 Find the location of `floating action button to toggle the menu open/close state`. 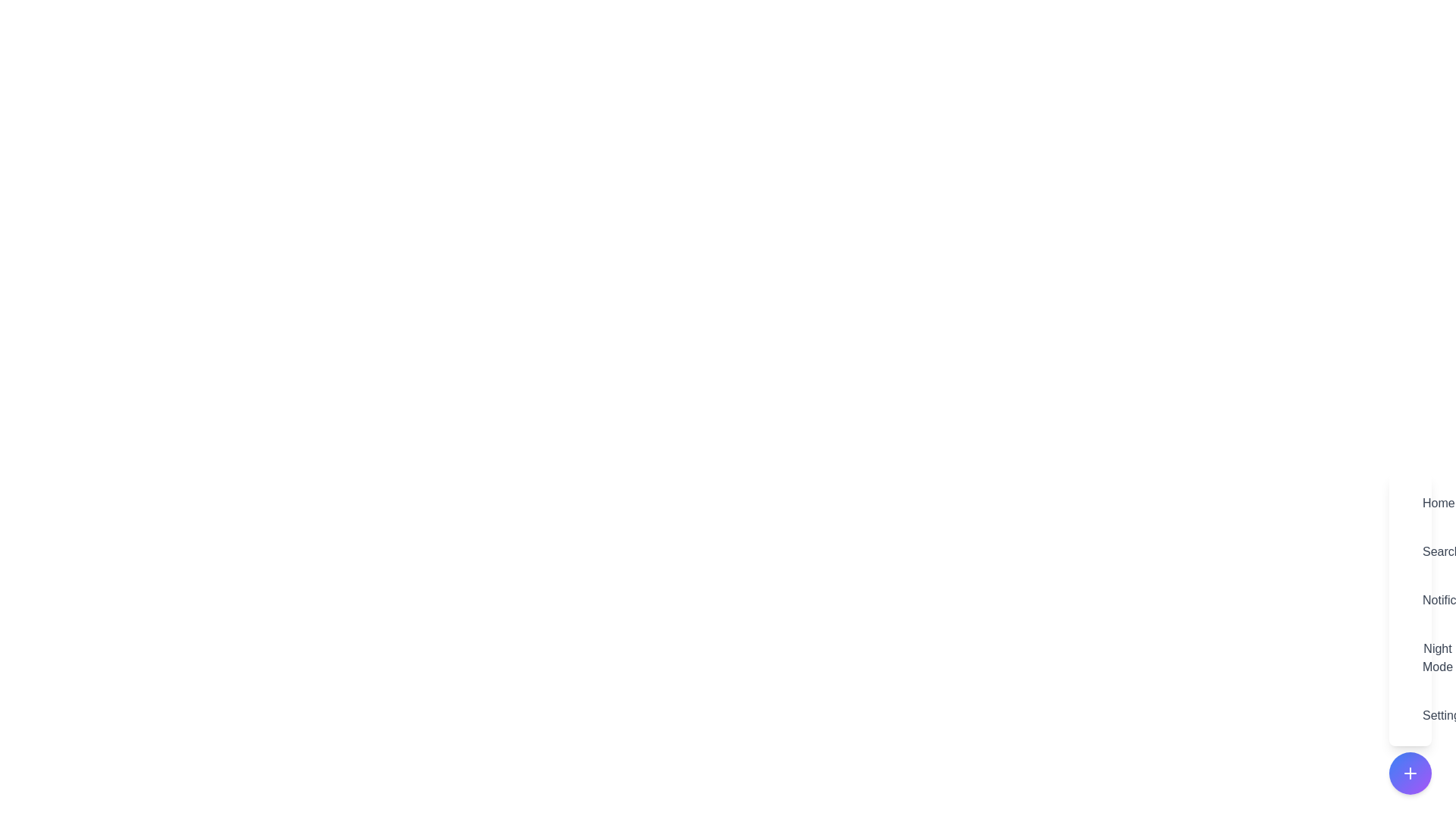

floating action button to toggle the menu open/close state is located at coordinates (1410, 773).